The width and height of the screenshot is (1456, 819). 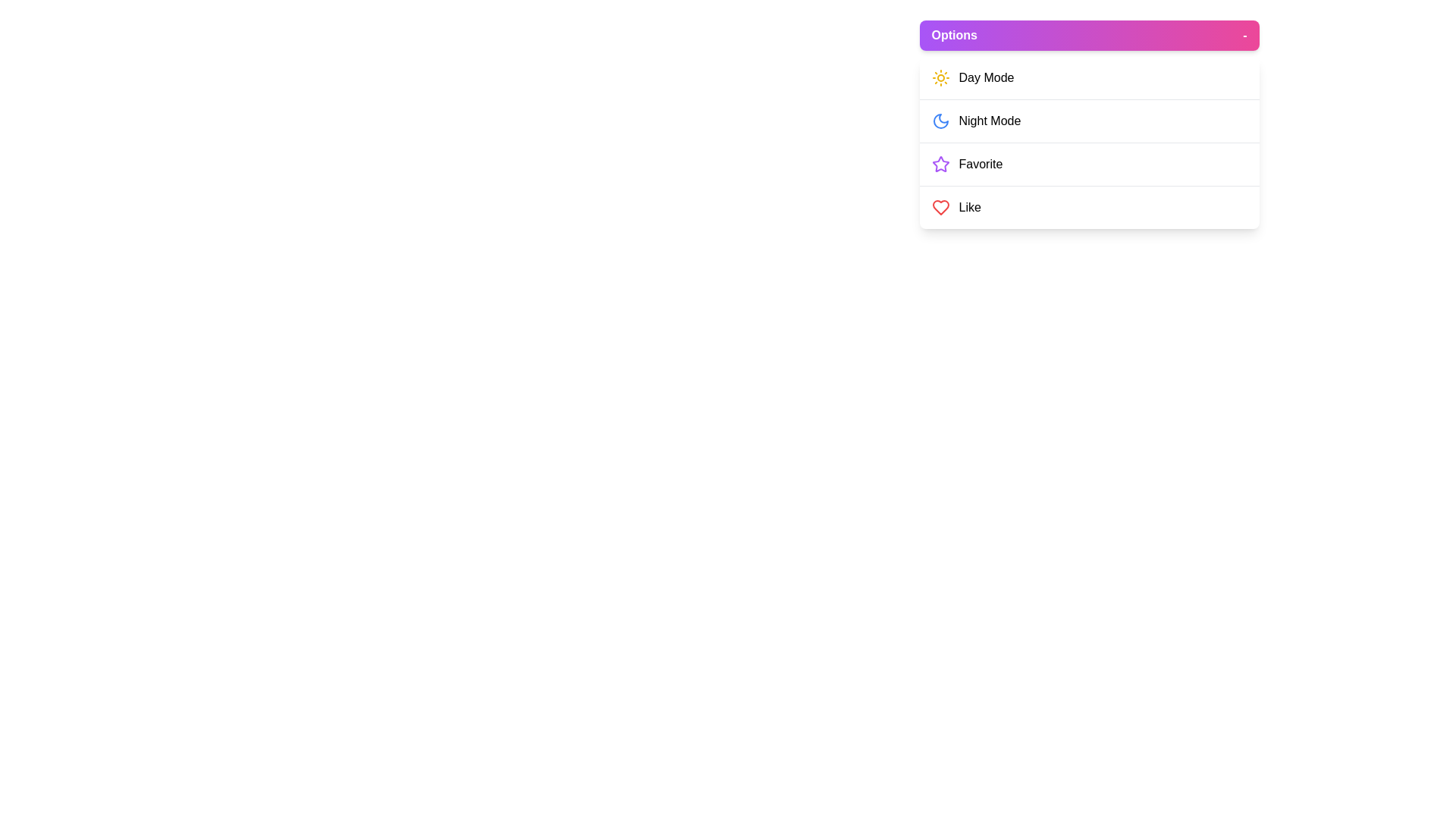 What do you see at coordinates (1088, 78) in the screenshot?
I see `the menu option Day Mode from the ApplicationMenu` at bounding box center [1088, 78].